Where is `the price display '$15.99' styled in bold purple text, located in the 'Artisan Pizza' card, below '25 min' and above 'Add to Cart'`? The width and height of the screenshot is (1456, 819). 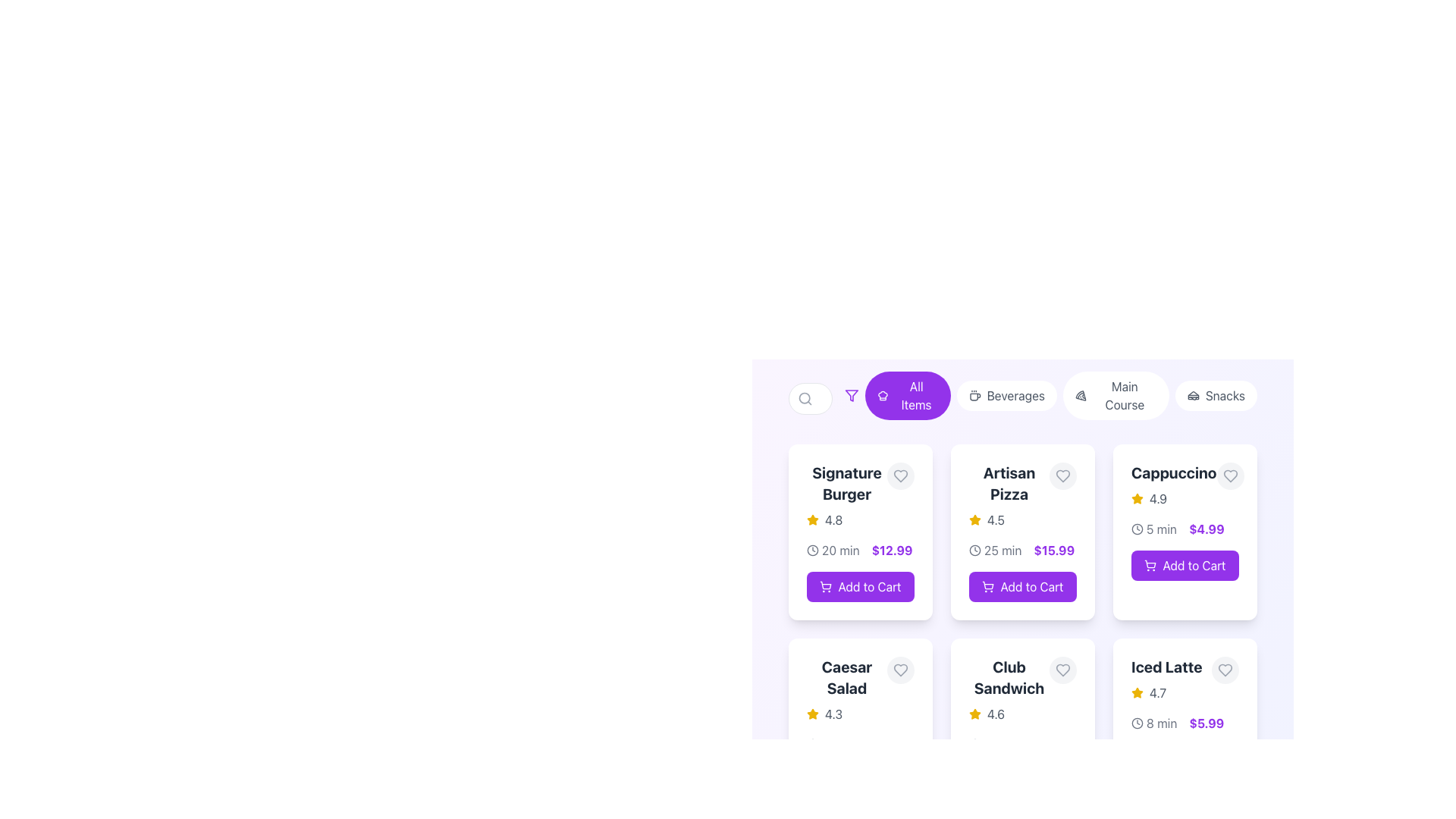 the price display '$15.99' styled in bold purple text, located in the 'Artisan Pizza' card, below '25 min' and above 'Add to Cart' is located at coordinates (1053, 550).